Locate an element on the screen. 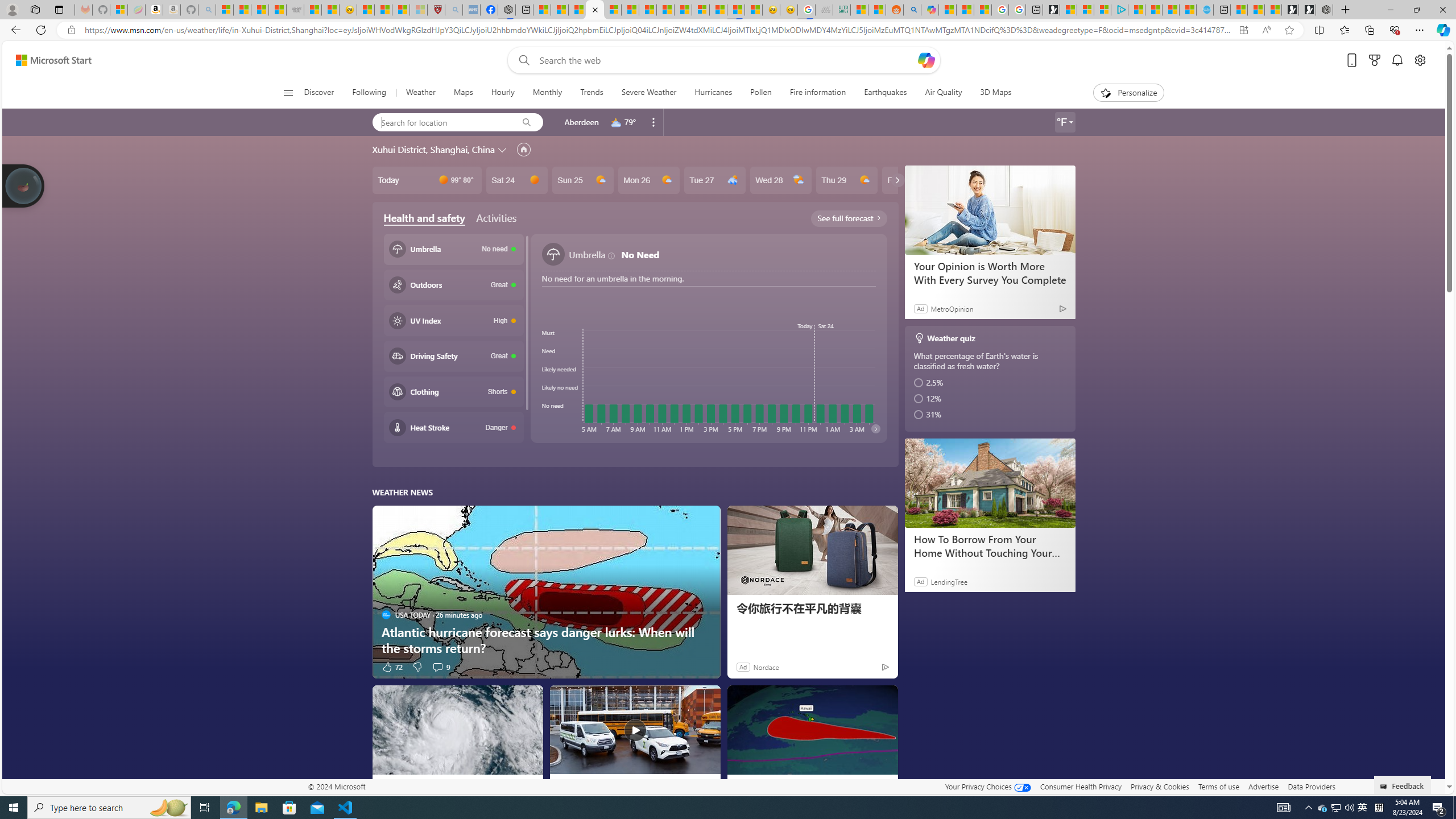  'The Weather Channel' is located at coordinates (739, 785).